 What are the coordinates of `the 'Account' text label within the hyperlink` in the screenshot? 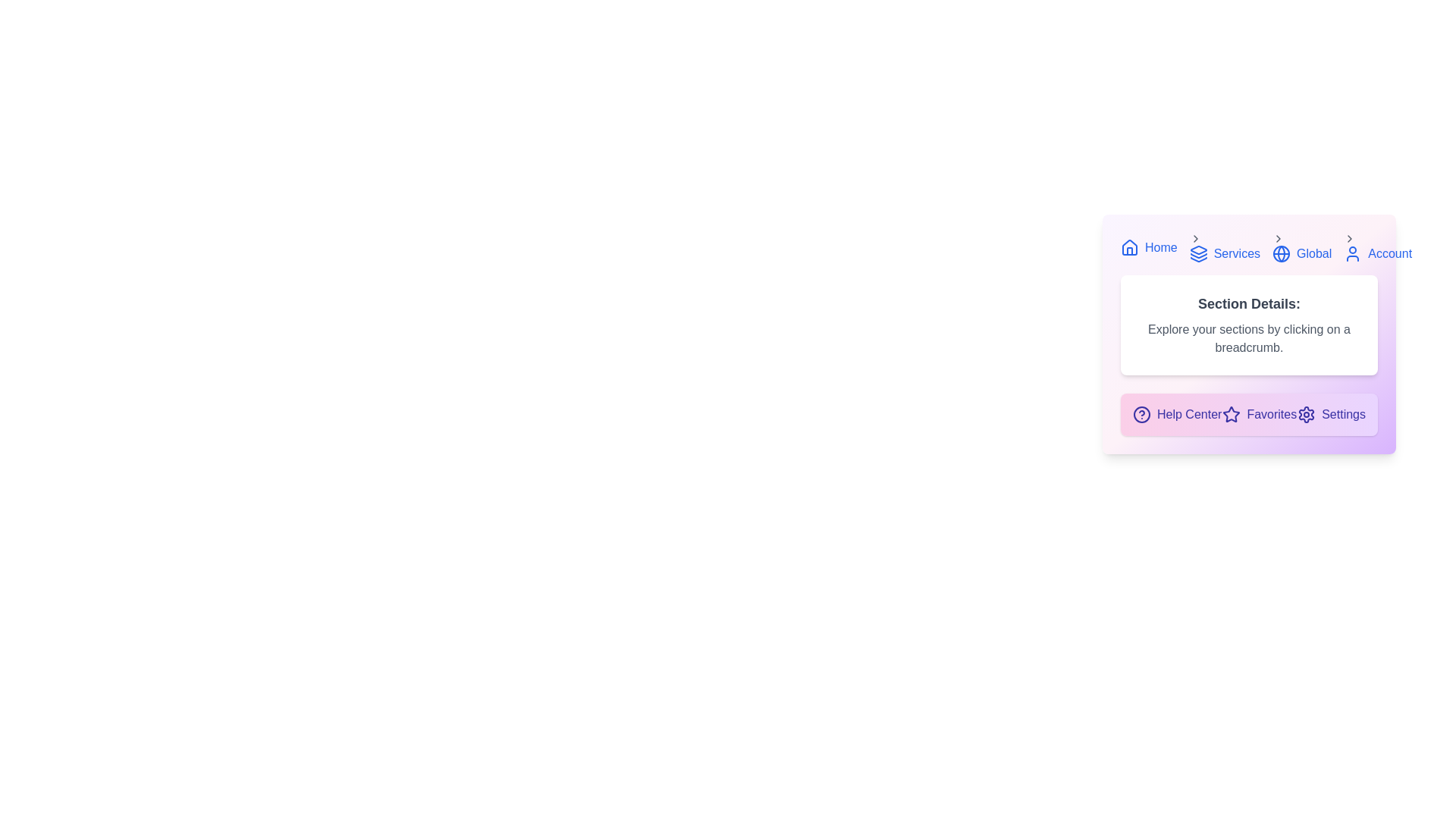 It's located at (1390, 253).